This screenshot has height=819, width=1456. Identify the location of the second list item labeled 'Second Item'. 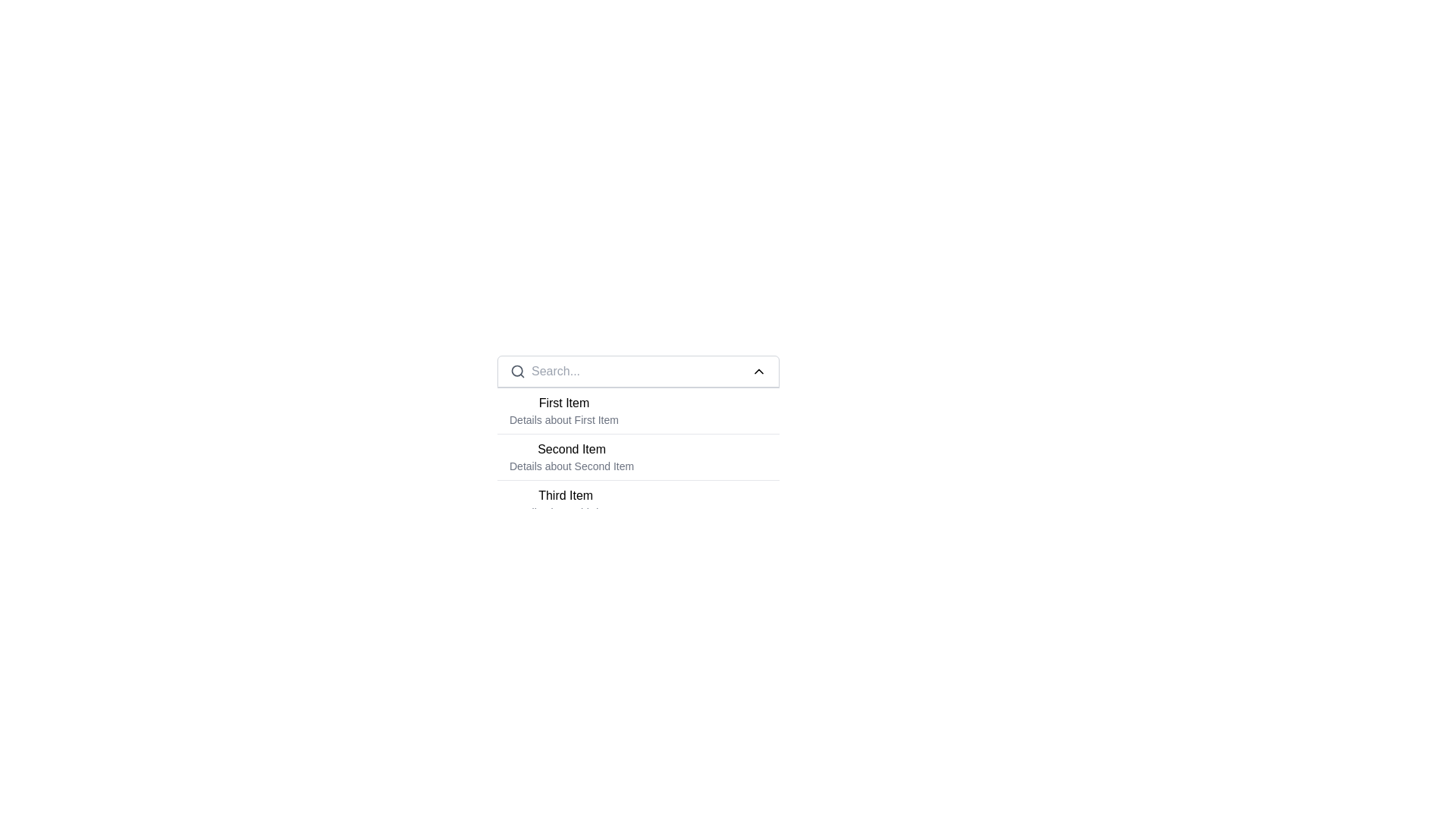
(571, 456).